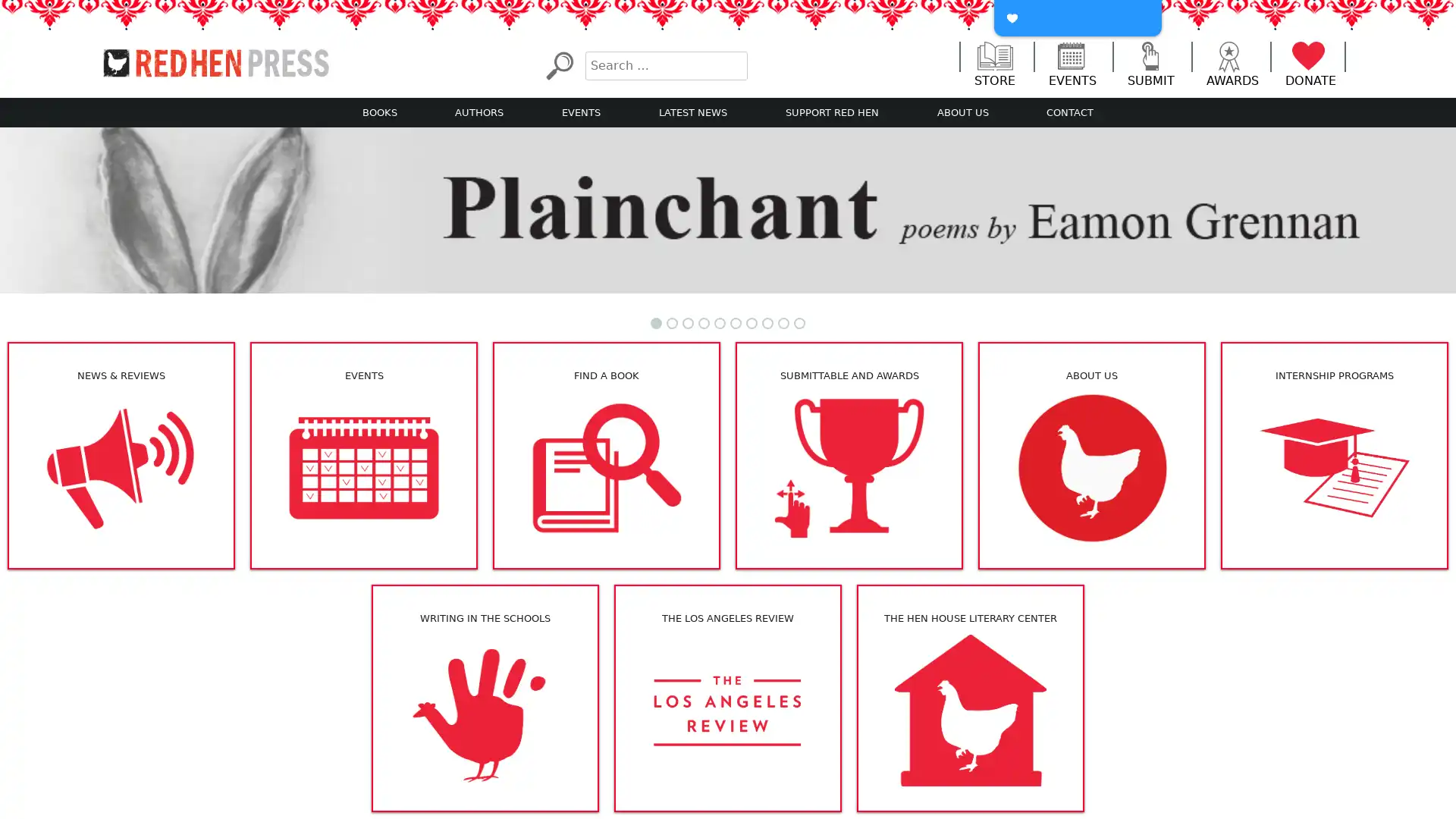 This screenshot has height=819, width=1456. What do you see at coordinates (558, 64) in the screenshot?
I see `search icon` at bounding box center [558, 64].